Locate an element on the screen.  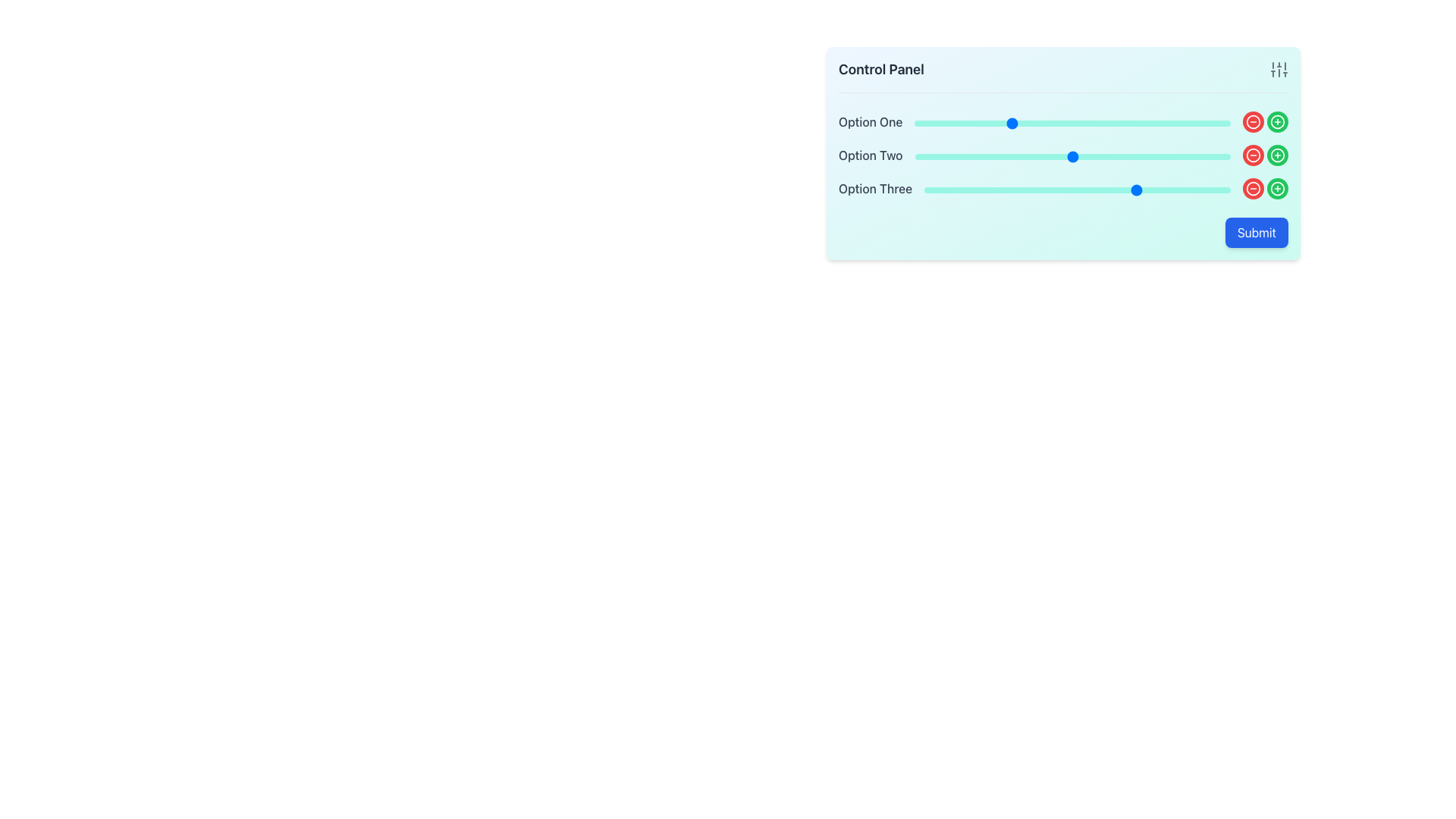
outer circular boundary of the circle-plus icon, which is the third option in the control panel interface is located at coordinates (1276, 155).